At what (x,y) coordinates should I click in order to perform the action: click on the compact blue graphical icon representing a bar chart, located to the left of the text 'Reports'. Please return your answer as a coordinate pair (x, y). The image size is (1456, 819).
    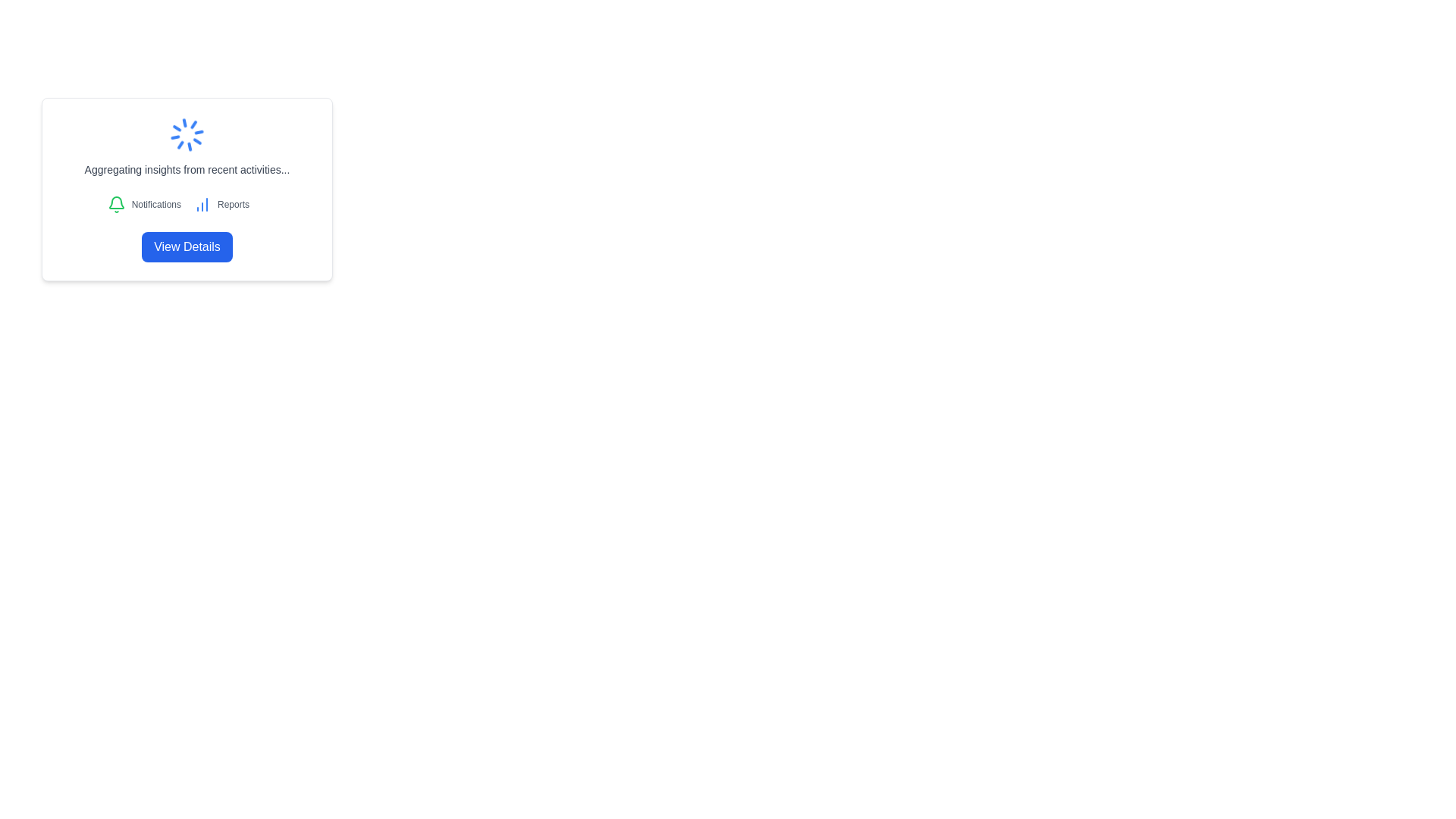
    Looking at the image, I should click on (202, 205).